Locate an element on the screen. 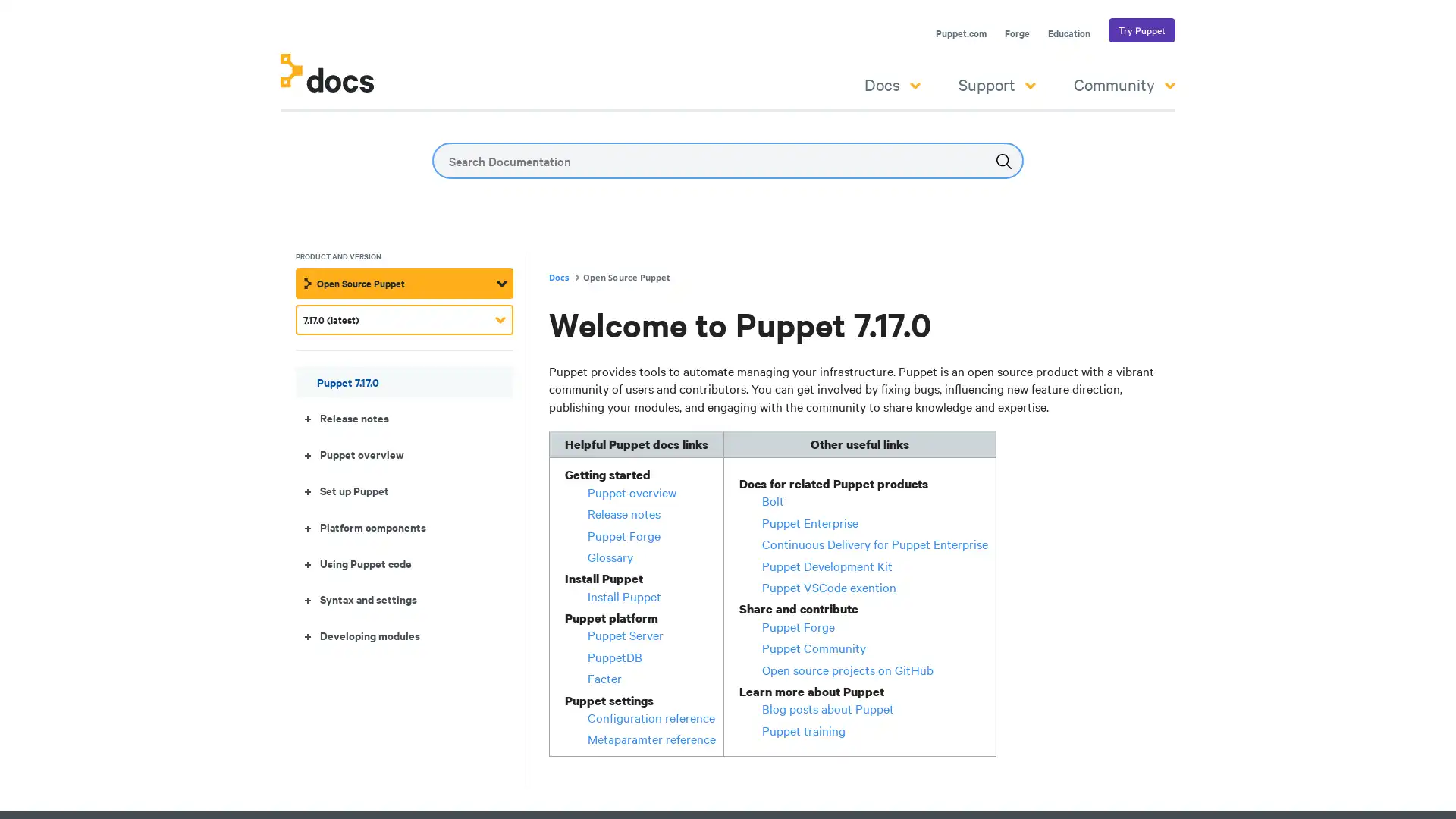 This screenshot has height=819, width=1456. 7.17.0 (latest) is located at coordinates (404, 318).